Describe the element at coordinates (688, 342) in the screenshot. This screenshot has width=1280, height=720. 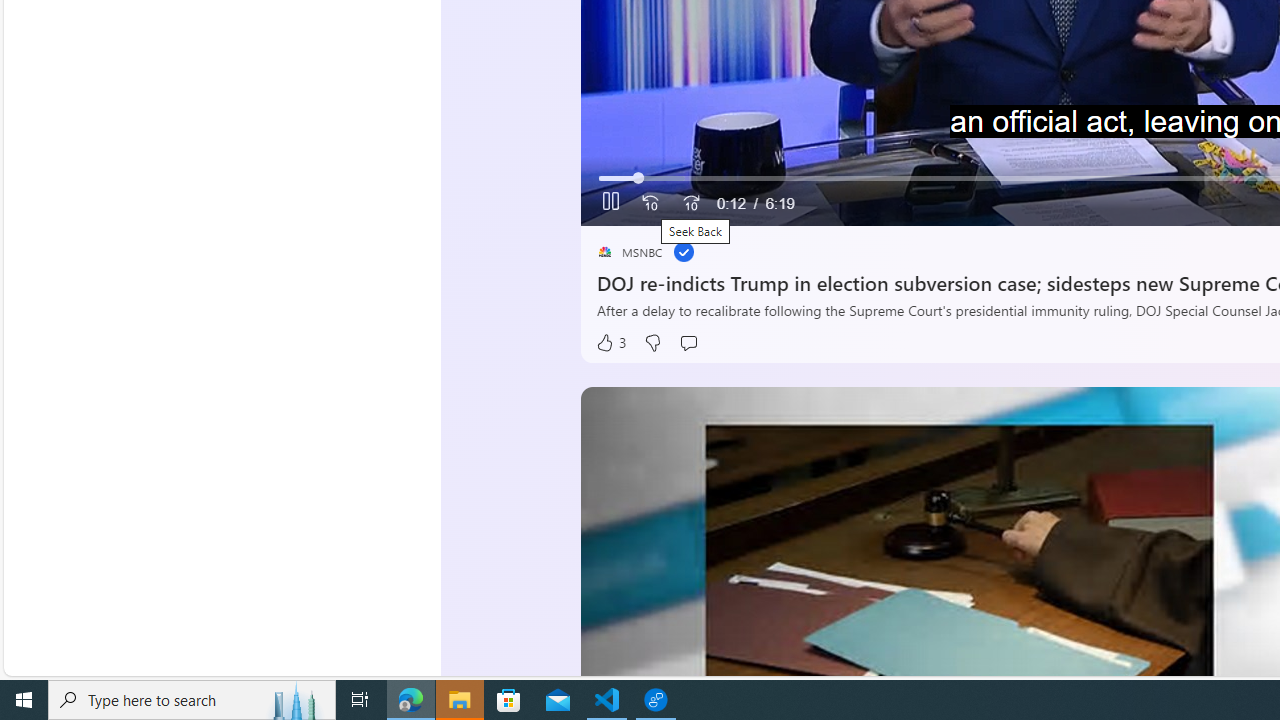
I see `'Start the conversation'` at that location.